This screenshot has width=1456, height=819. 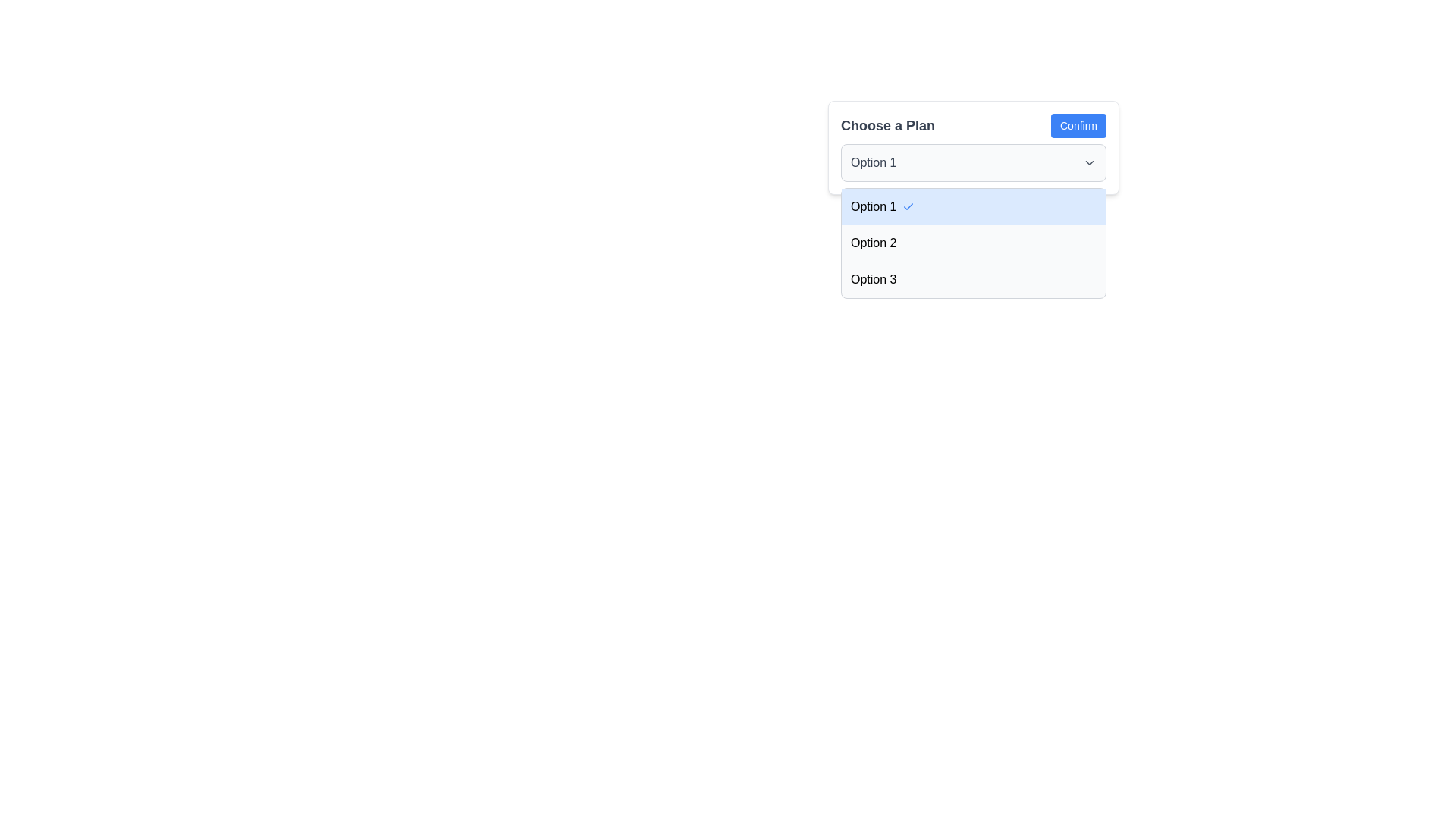 I want to click on the first dropdown list item displaying 'Option 1', so click(x=973, y=207).